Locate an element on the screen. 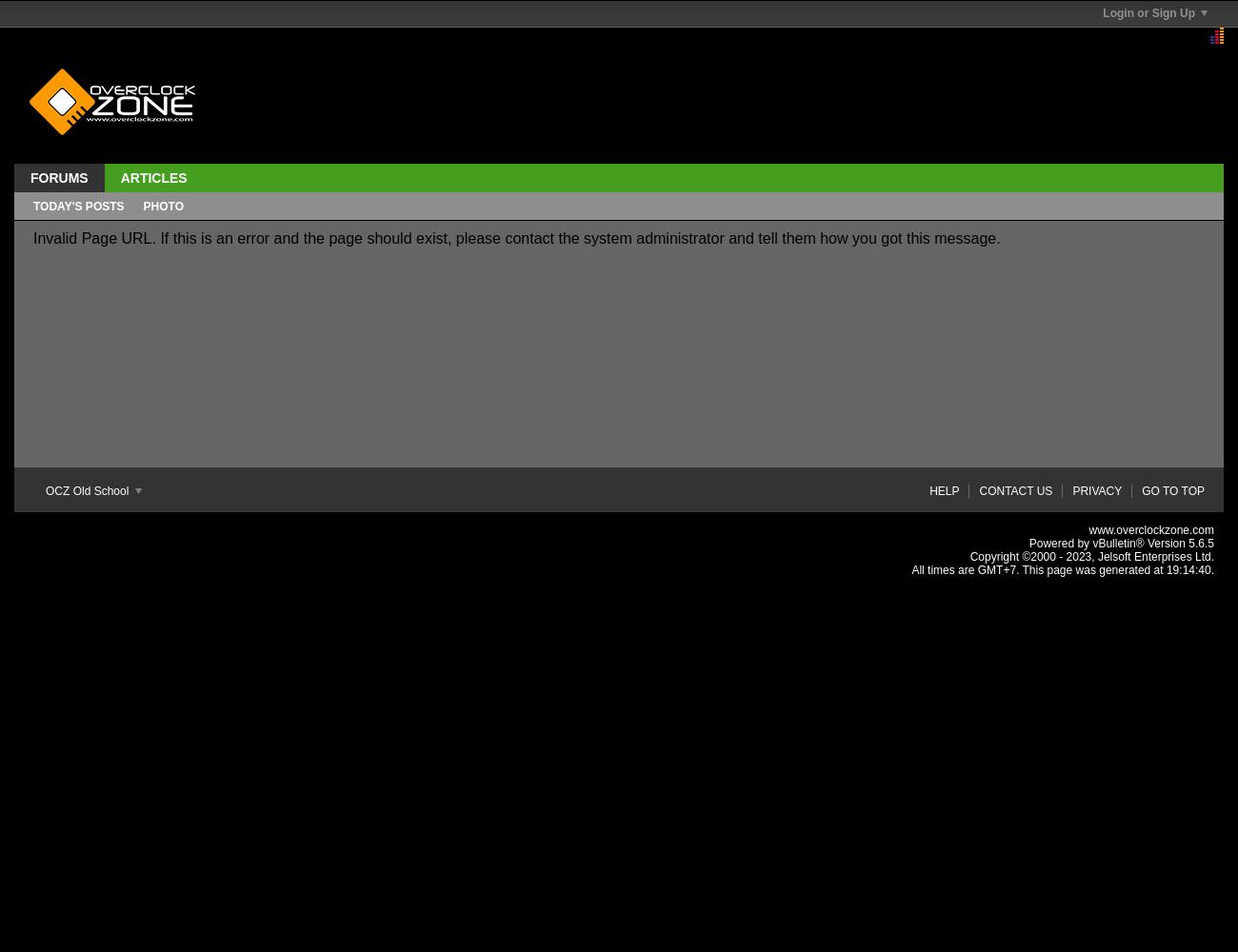  'www.overclockzone.com' is located at coordinates (1150, 530).